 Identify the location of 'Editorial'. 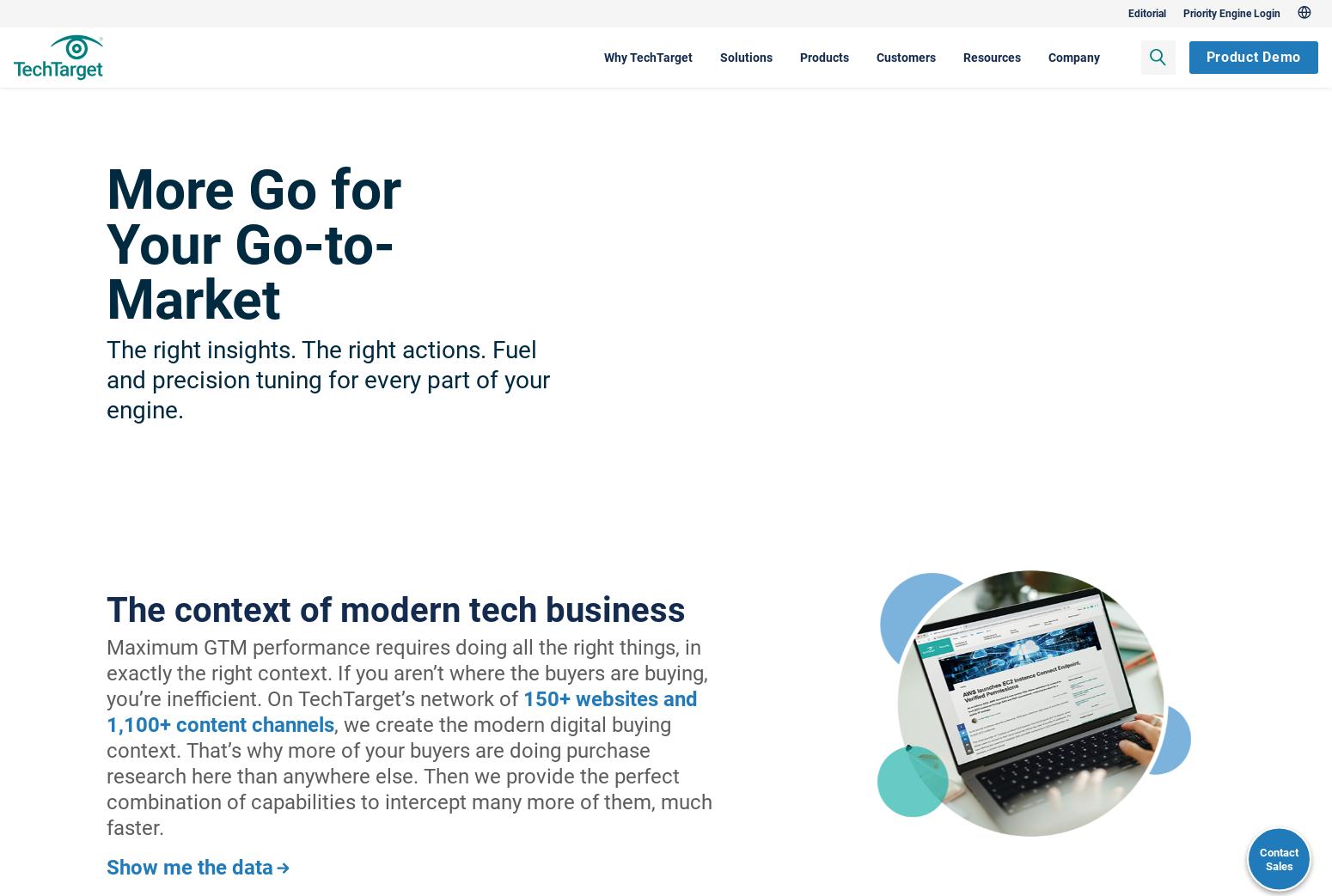
(1035, 12).